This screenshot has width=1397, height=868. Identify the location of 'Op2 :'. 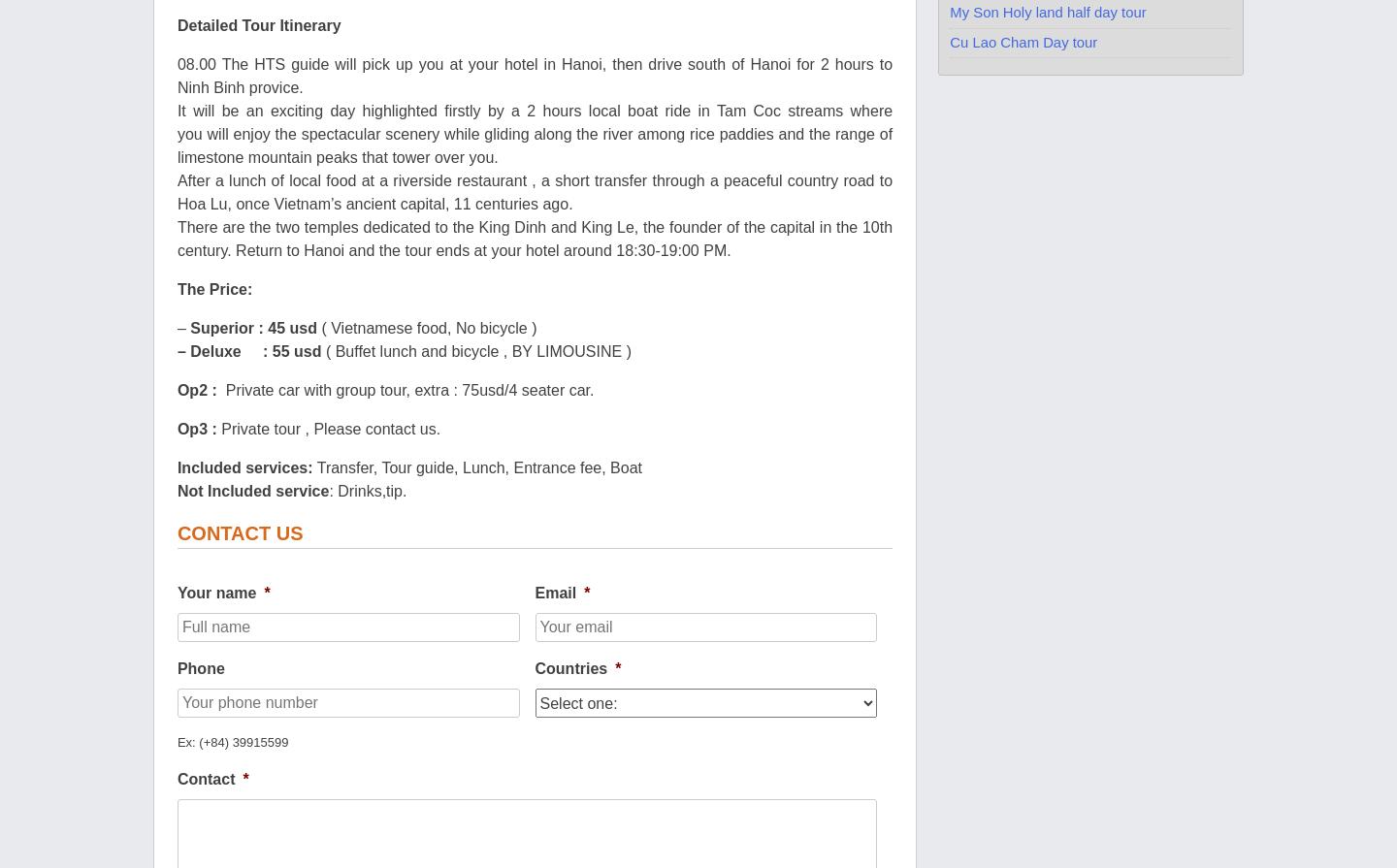
(200, 390).